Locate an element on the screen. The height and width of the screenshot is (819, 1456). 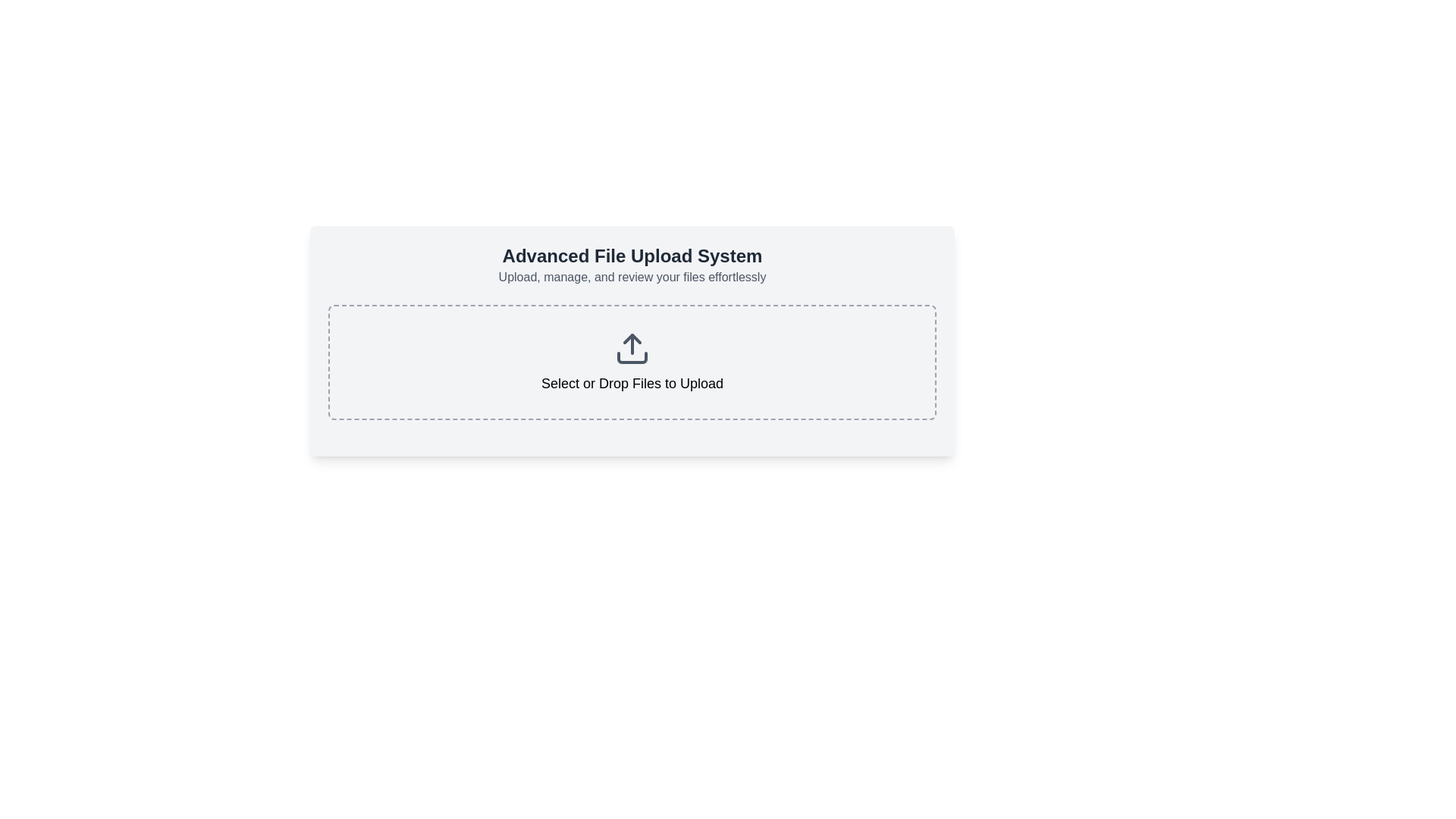
the static text field that reads 'Upload, manage, and review your files effortlessly', which is styled with a gray font color and is located below the title 'Advanced File Upload System' is located at coordinates (632, 278).